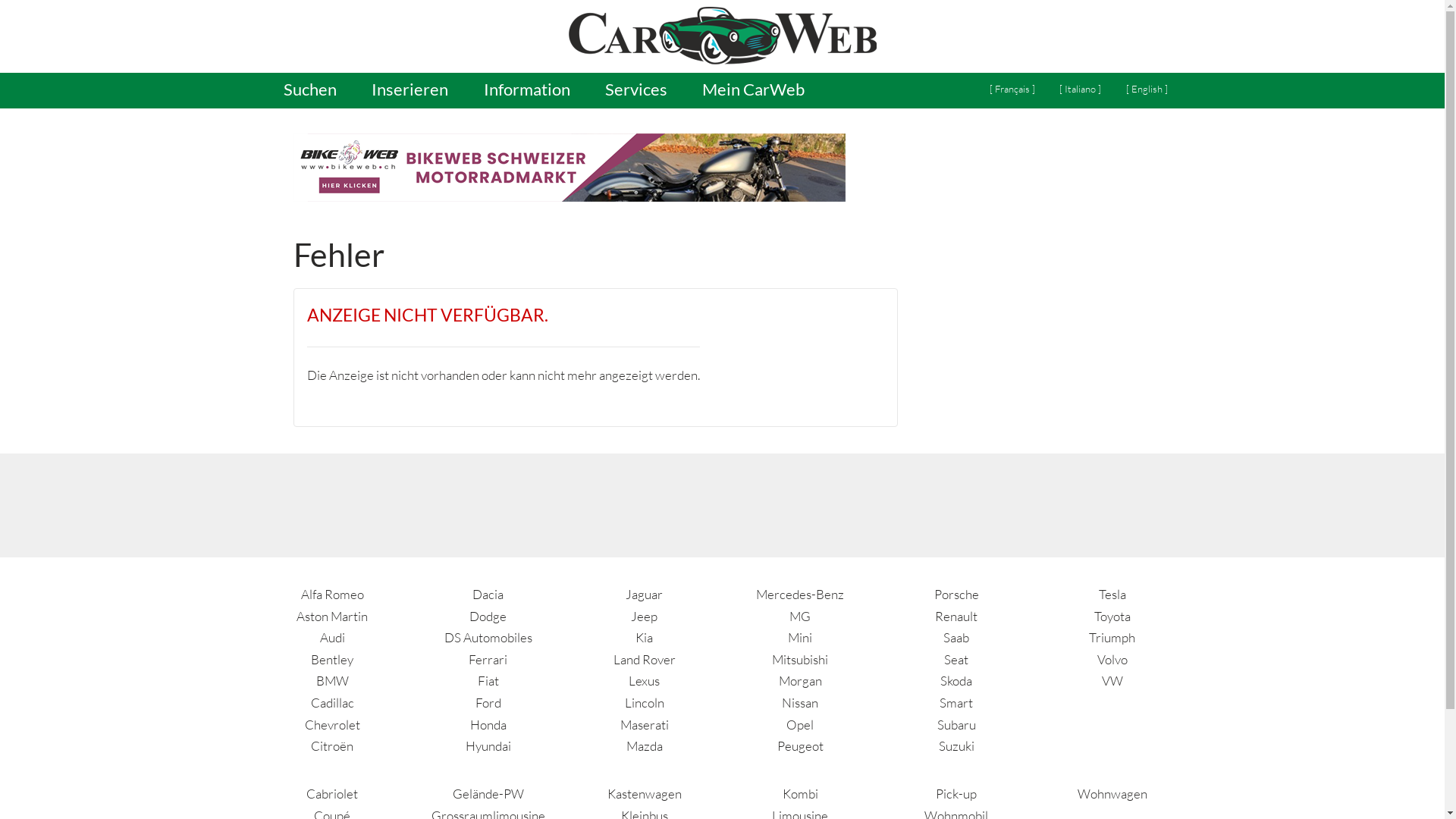 This screenshot has width=1456, height=819. Describe the element at coordinates (488, 723) in the screenshot. I see `'Honda'` at that location.